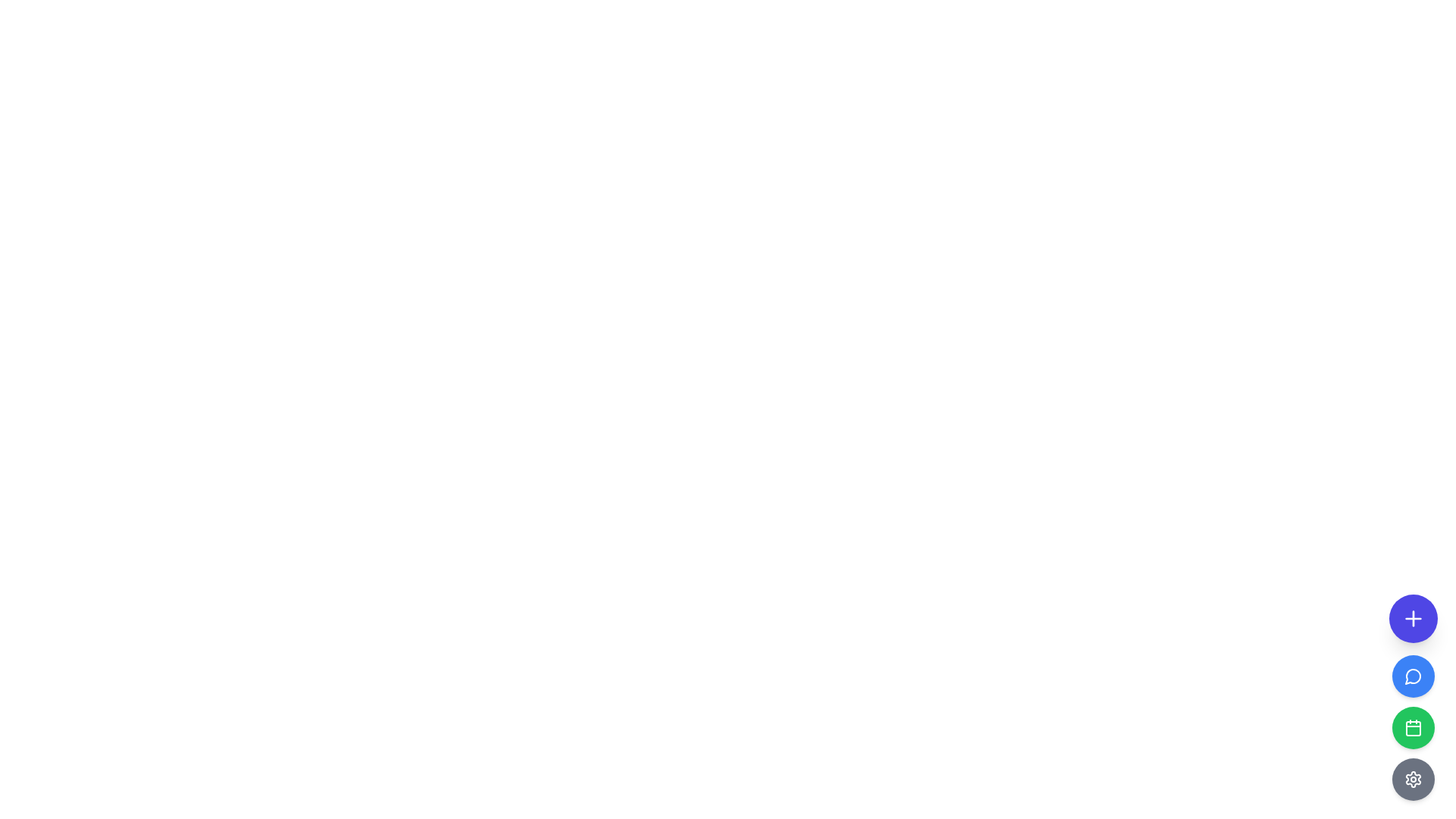 The width and height of the screenshot is (1456, 819). What do you see at coordinates (1412, 780) in the screenshot?
I see `the gear icon button in the bottom-right corner of the interface` at bounding box center [1412, 780].